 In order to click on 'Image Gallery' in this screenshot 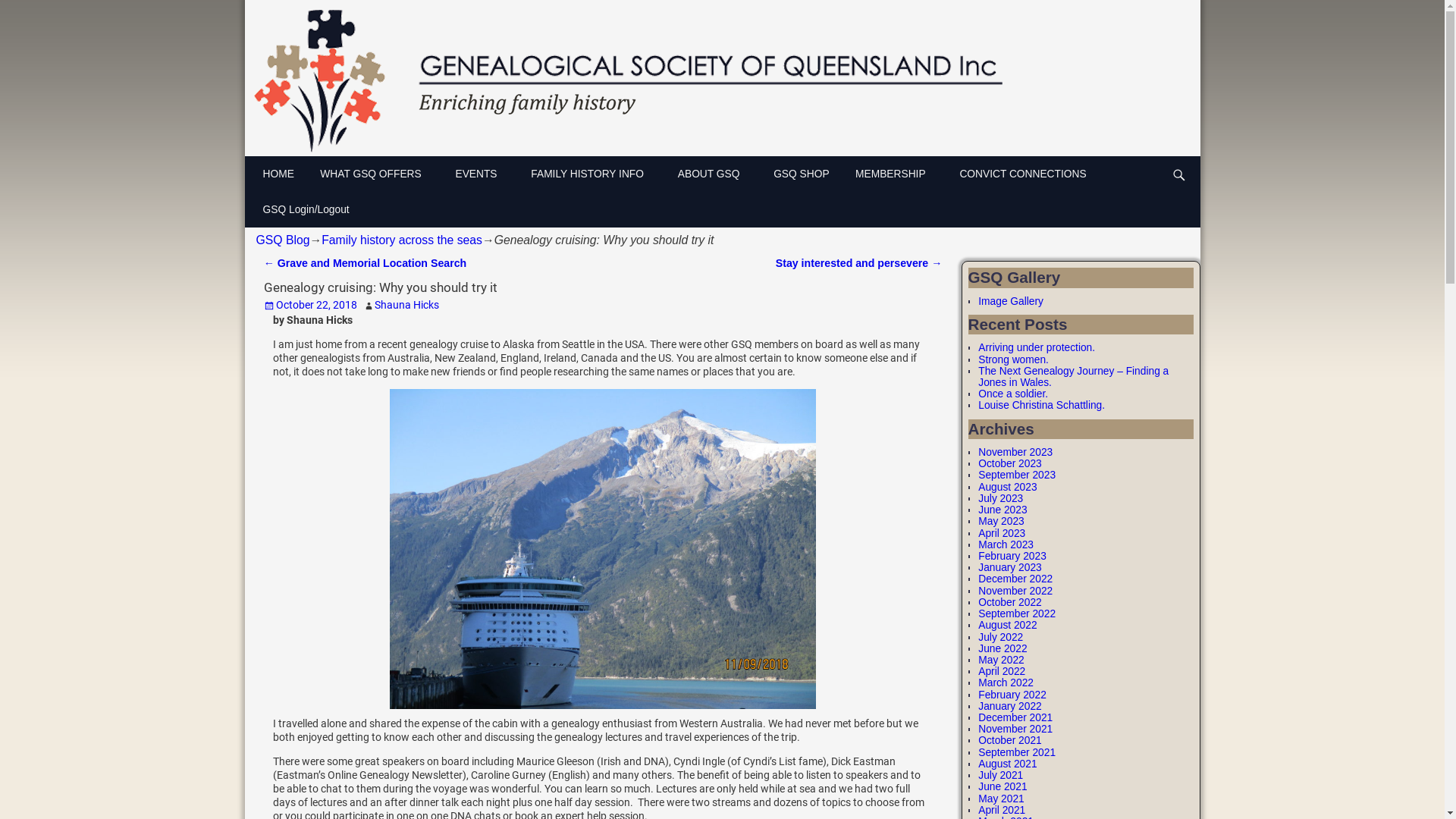, I will do `click(978, 301)`.